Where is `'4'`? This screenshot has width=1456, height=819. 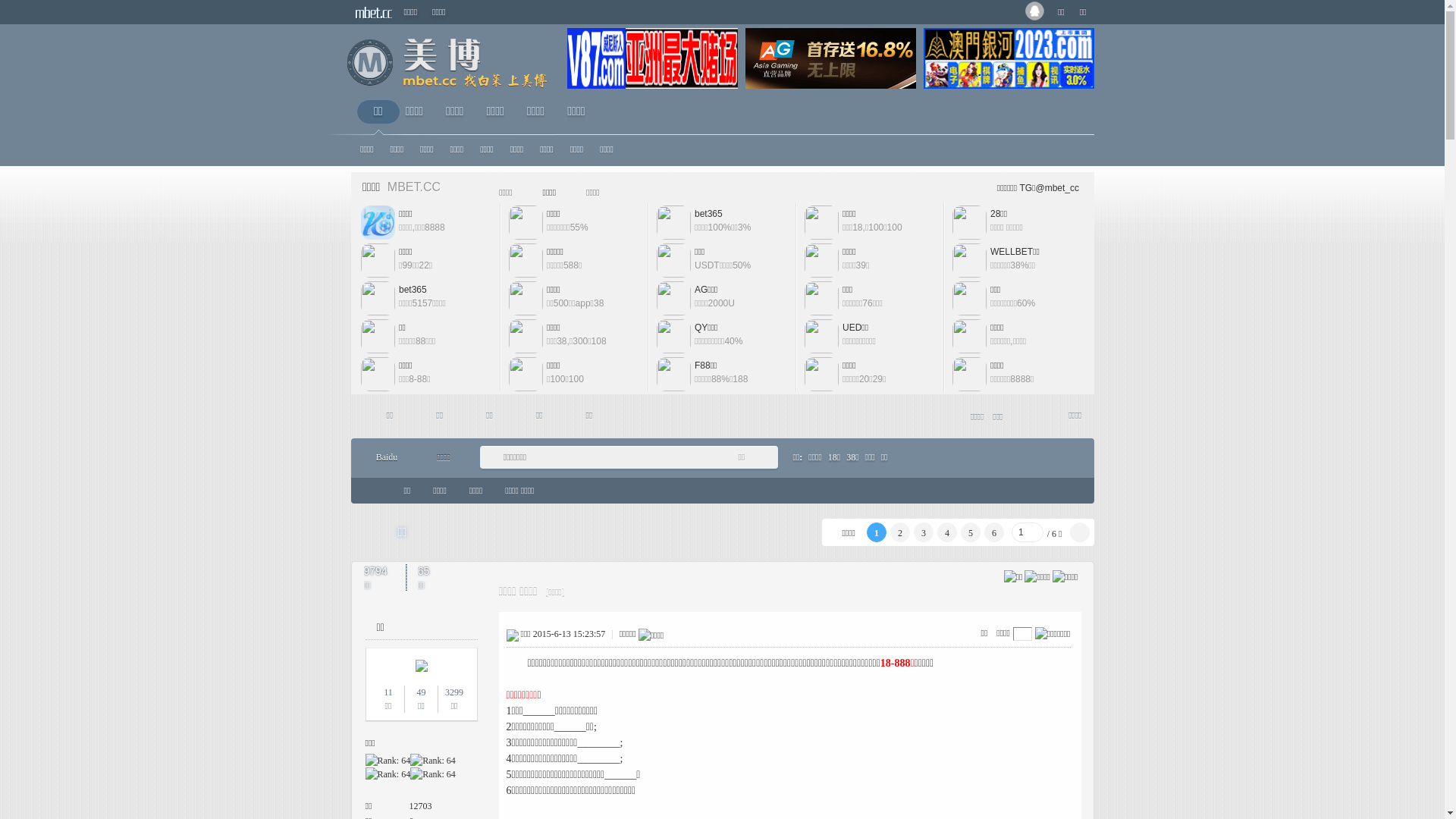
'4' is located at coordinates (946, 532).